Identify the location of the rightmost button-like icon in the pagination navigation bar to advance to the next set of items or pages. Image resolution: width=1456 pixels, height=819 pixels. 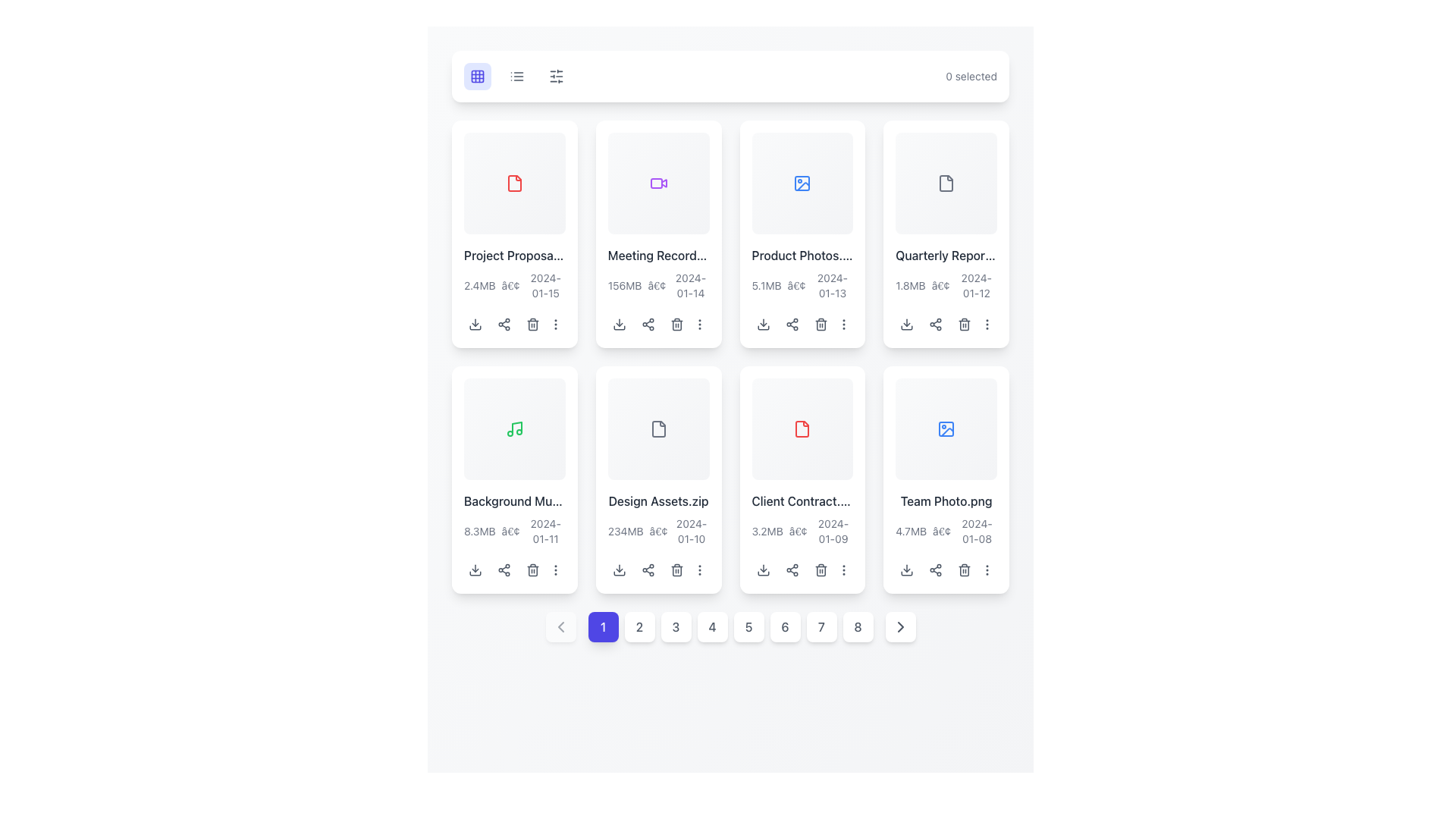
(900, 626).